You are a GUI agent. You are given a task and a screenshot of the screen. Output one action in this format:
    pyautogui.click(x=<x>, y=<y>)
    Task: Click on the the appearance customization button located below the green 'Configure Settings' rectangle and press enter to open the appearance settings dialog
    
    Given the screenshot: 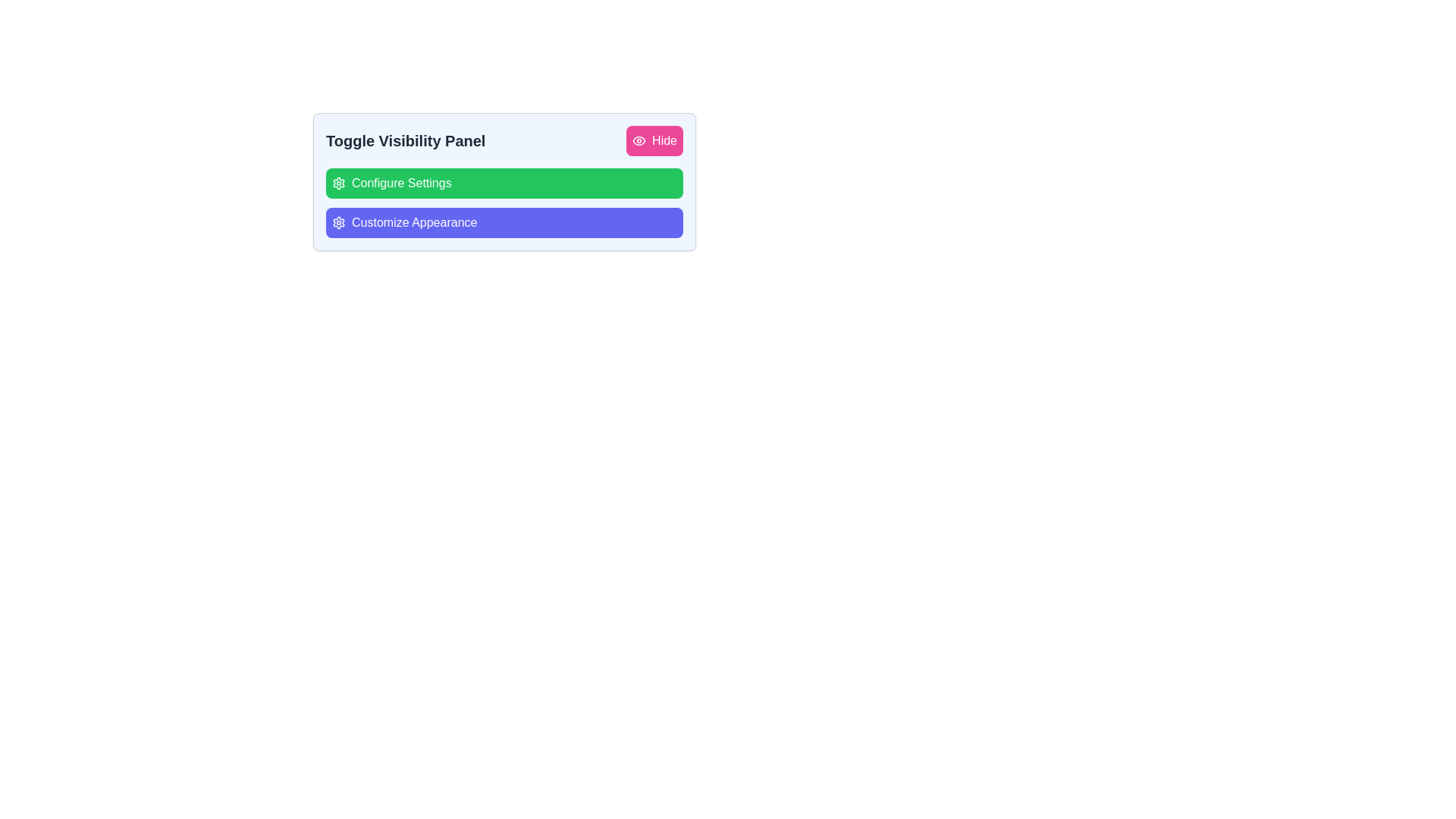 What is the action you would take?
    pyautogui.click(x=404, y=222)
    